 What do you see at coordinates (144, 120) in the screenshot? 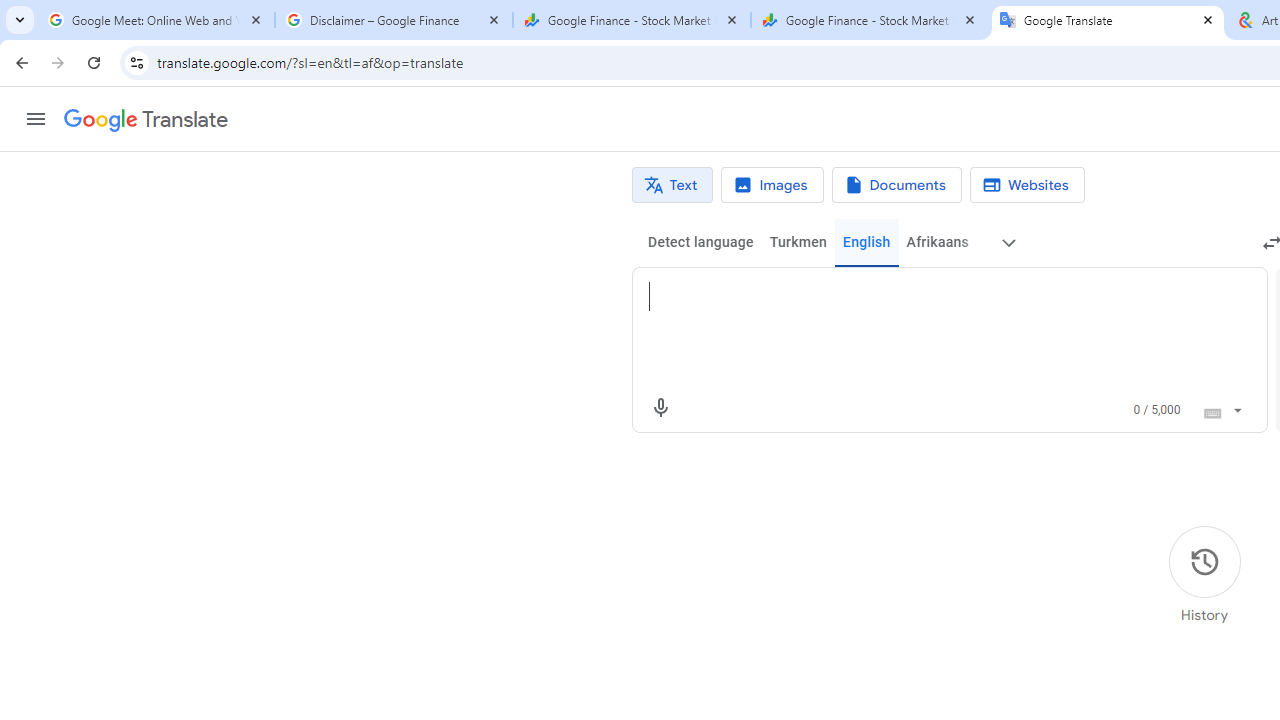
I see `'Google Translate'` at bounding box center [144, 120].